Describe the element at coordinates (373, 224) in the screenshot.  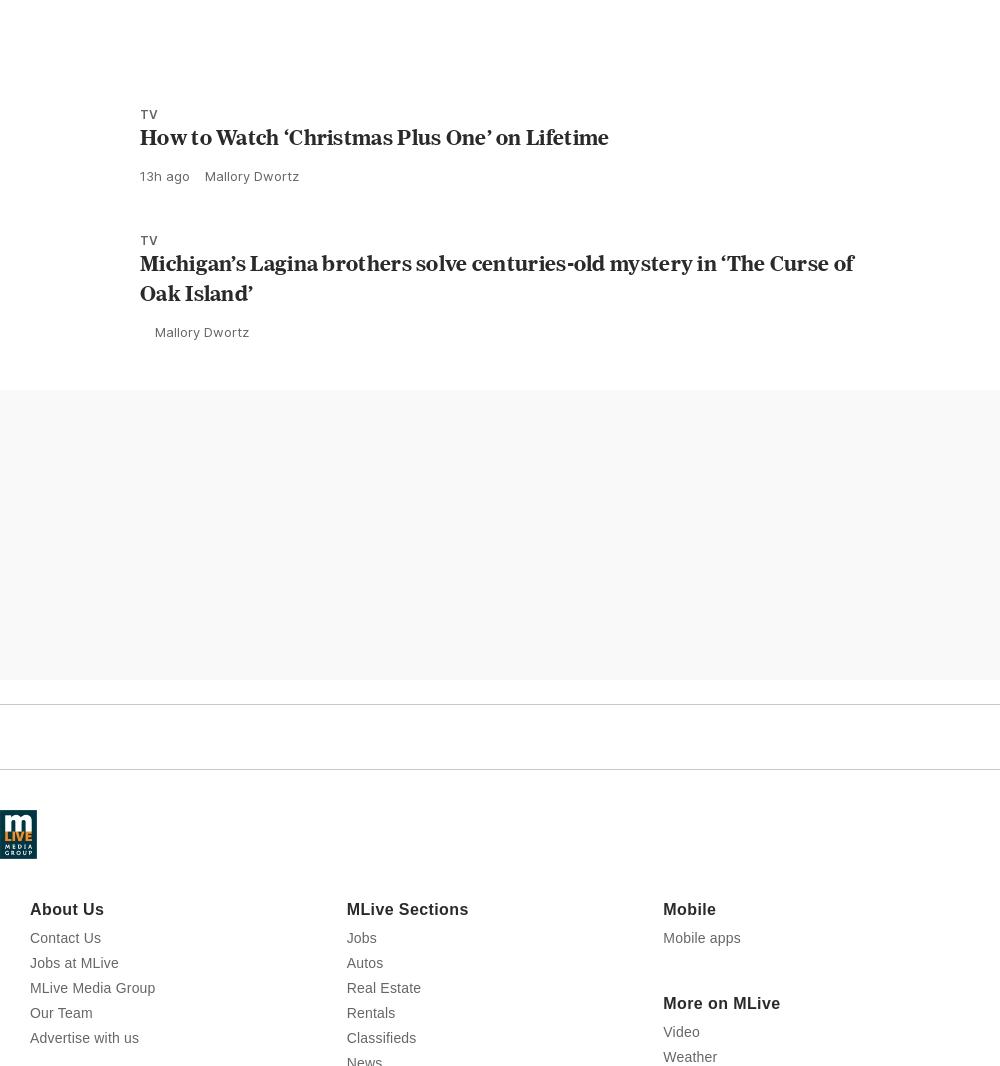
I see `'How to Watch ‘Christmas Plus One’ on Lifetime'` at that location.